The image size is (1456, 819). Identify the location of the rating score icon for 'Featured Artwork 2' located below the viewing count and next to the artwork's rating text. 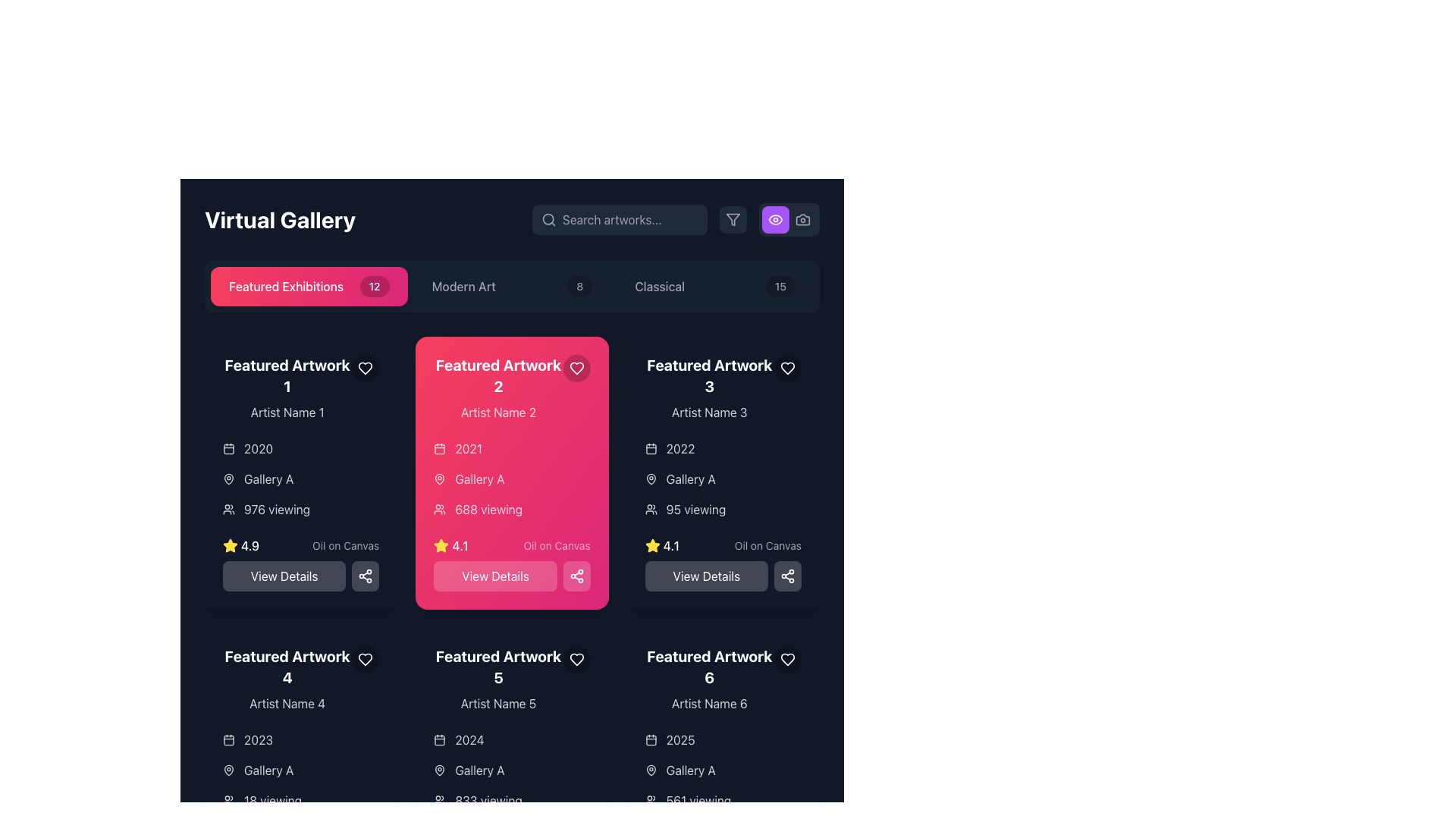
(441, 544).